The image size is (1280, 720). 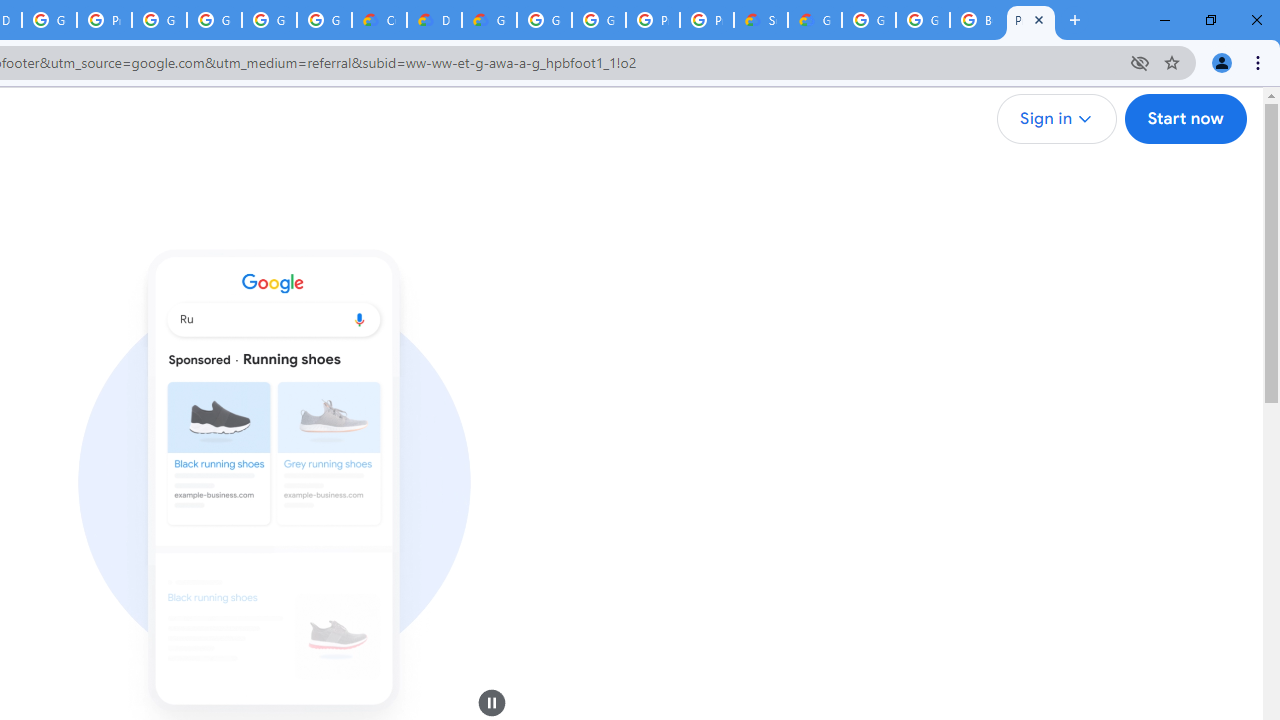 What do you see at coordinates (921, 20) in the screenshot?
I see `'Google Cloud Platform'` at bounding box center [921, 20].